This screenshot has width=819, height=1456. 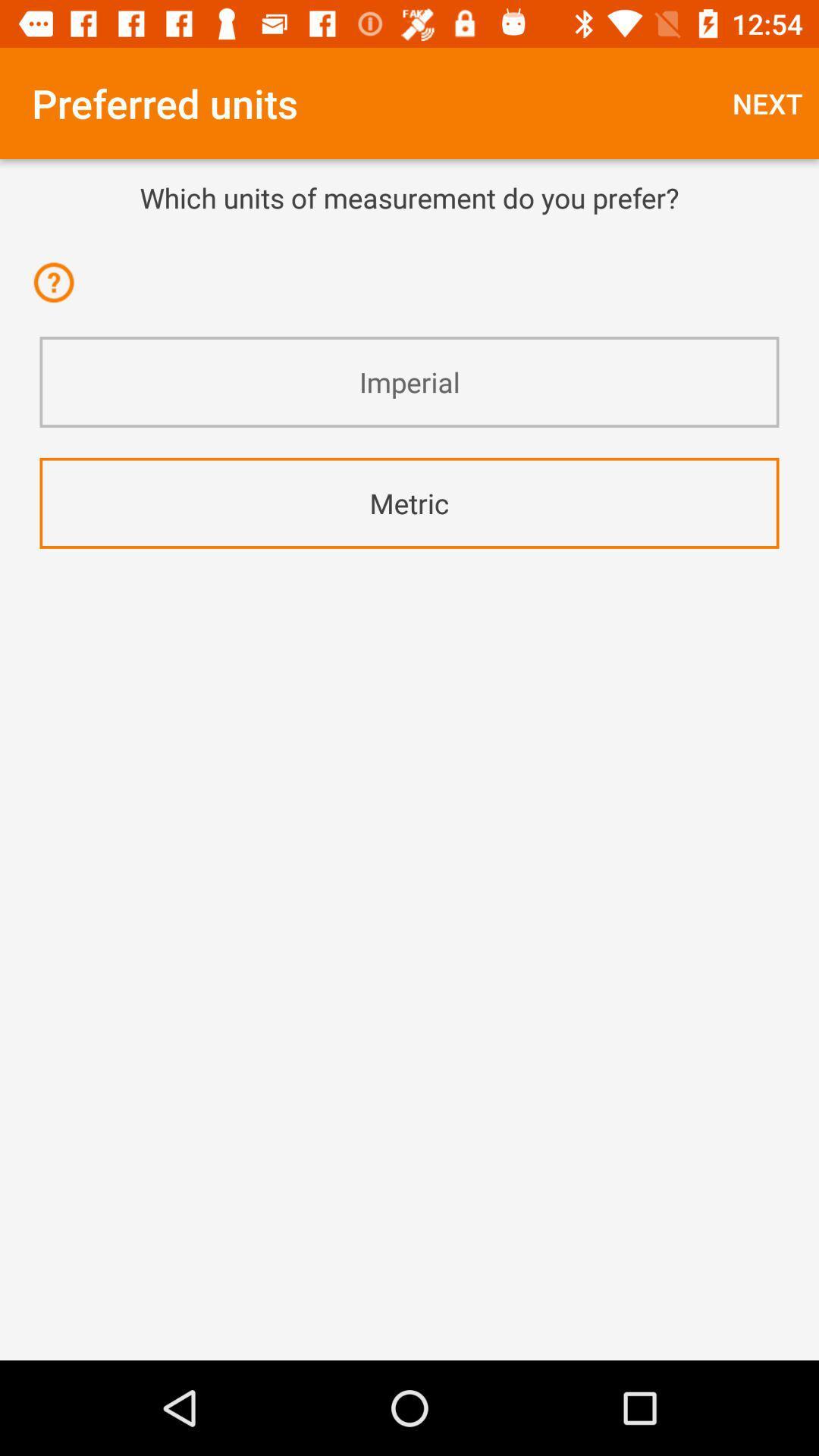 What do you see at coordinates (767, 102) in the screenshot?
I see `the next at the top right corner` at bounding box center [767, 102].